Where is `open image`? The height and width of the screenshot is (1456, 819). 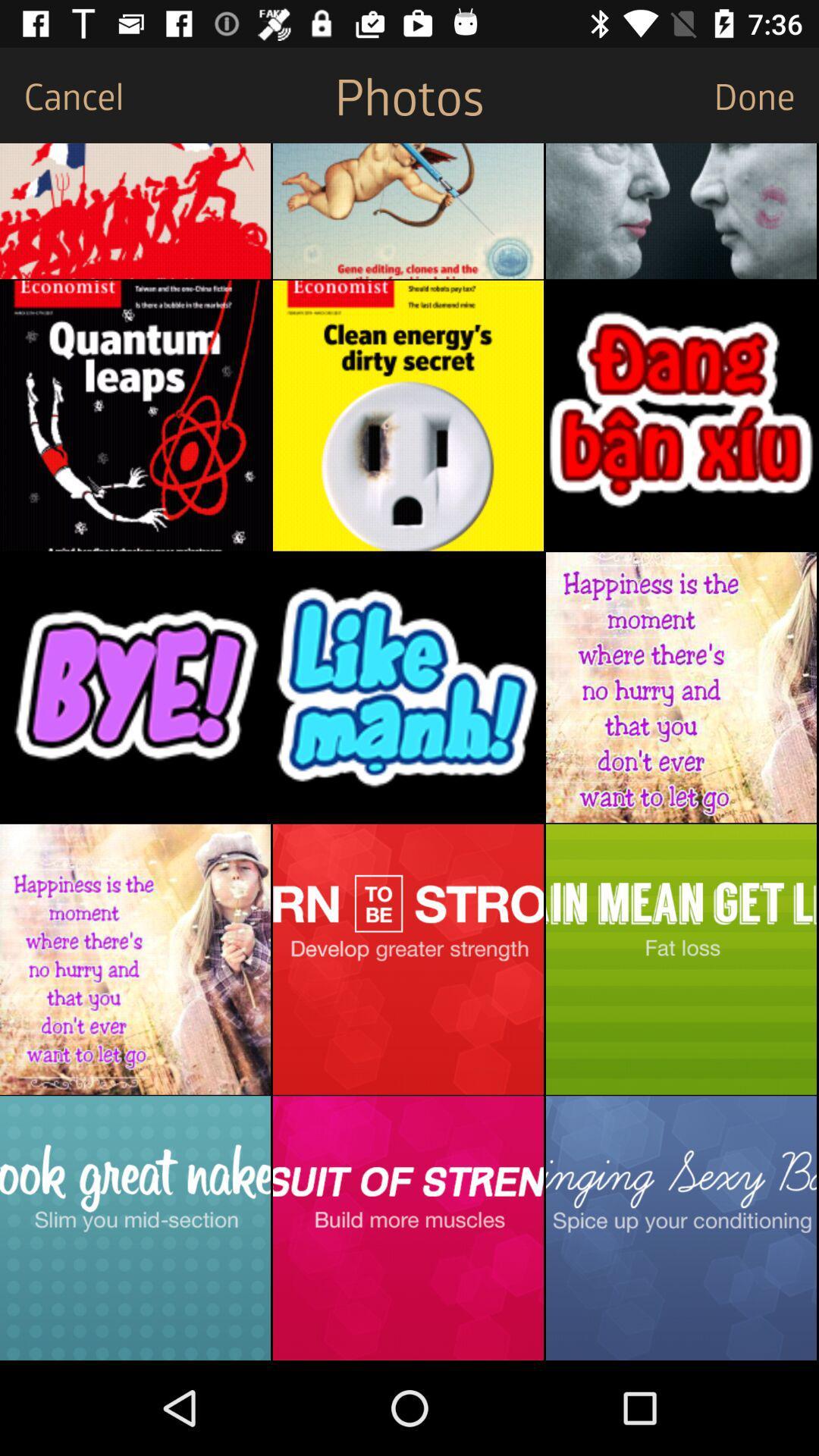 open image is located at coordinates (680, 686).